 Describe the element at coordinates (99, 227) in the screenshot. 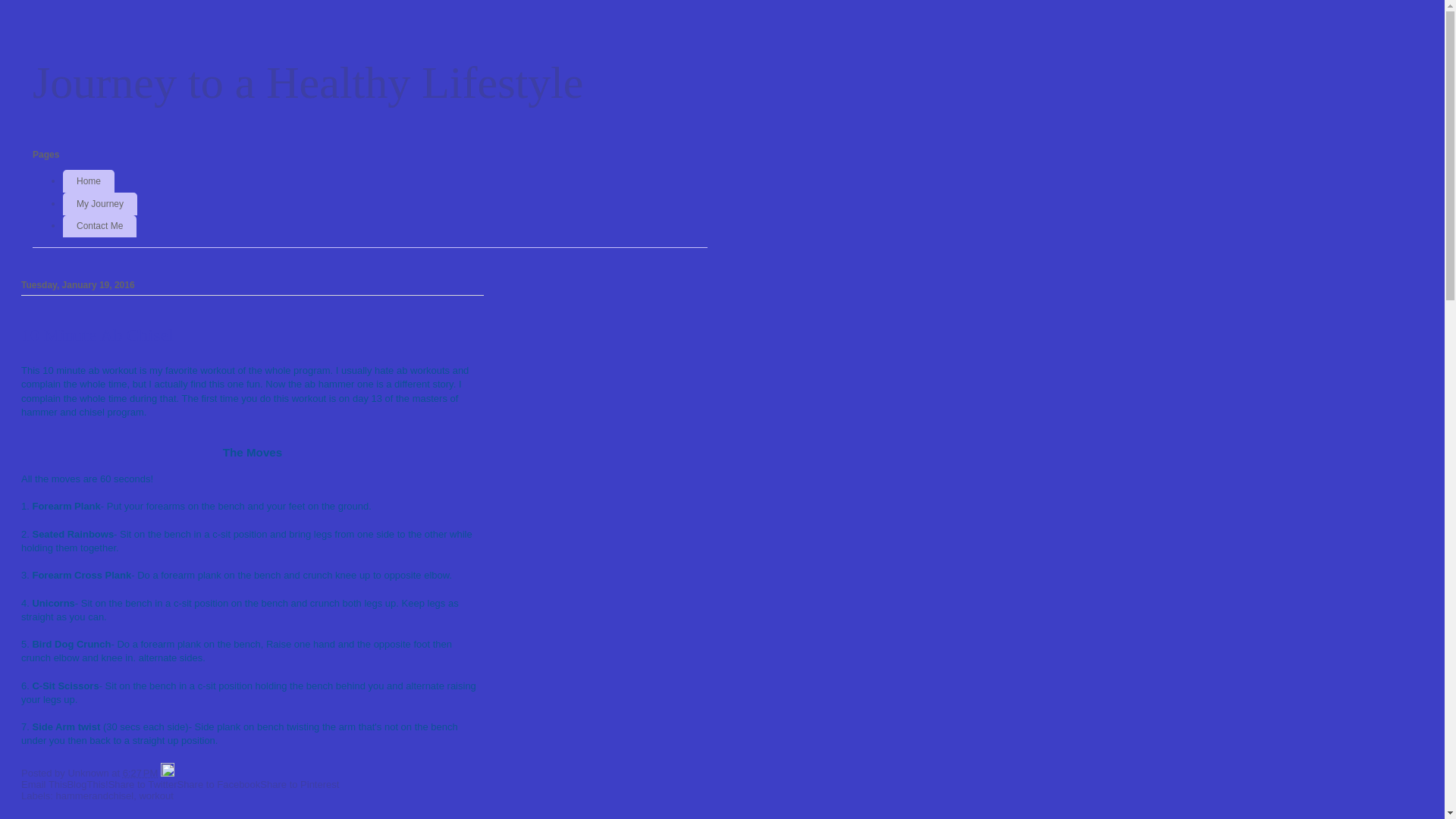

I see `'Contact Me'` at that location.